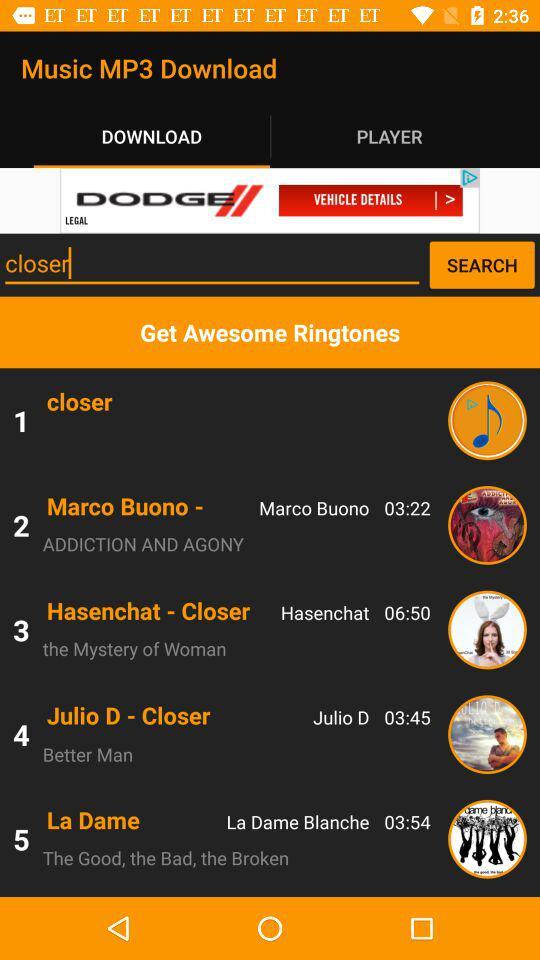 The image size is (540, 960). What do you see at coordinates (270, 200) in the screenshot?
I see `click advertisement` at bounding box center [270, 200].